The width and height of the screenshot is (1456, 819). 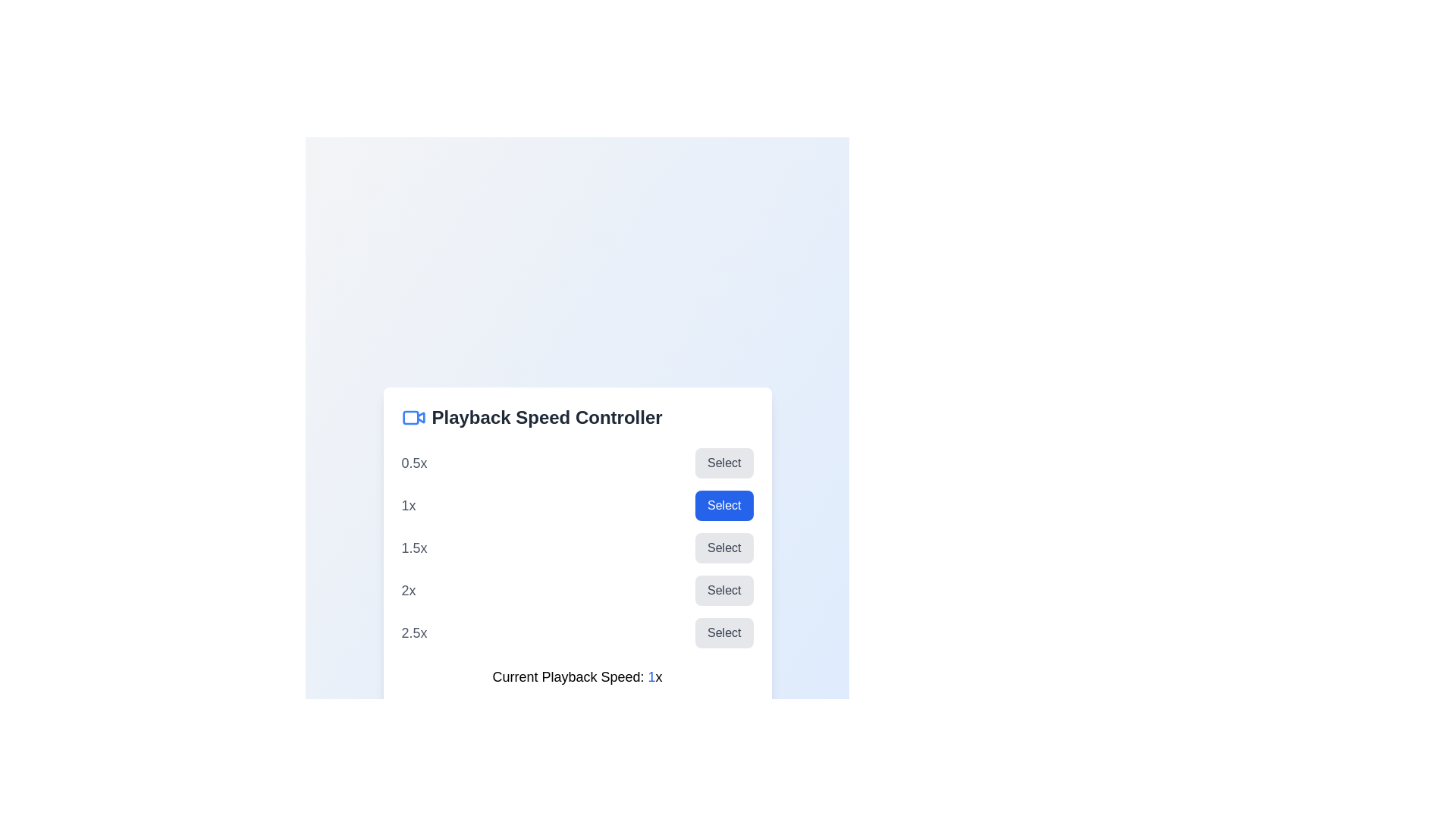 I want to click on the '1x Select' button in the button-row combination that allows users, so click(x=576, y=506).